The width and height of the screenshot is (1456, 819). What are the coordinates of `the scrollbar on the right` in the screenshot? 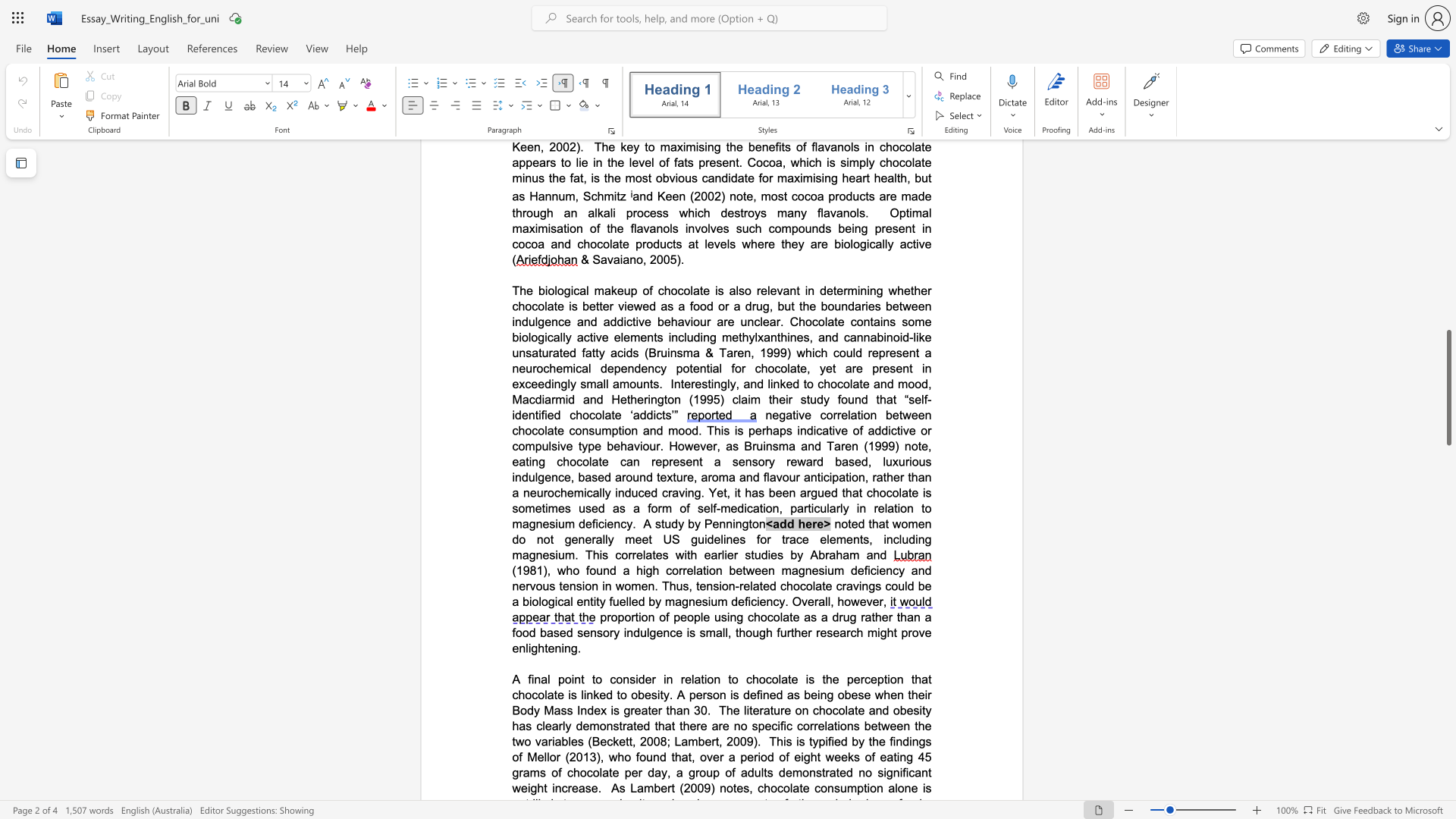 It's located at (1448, 212).